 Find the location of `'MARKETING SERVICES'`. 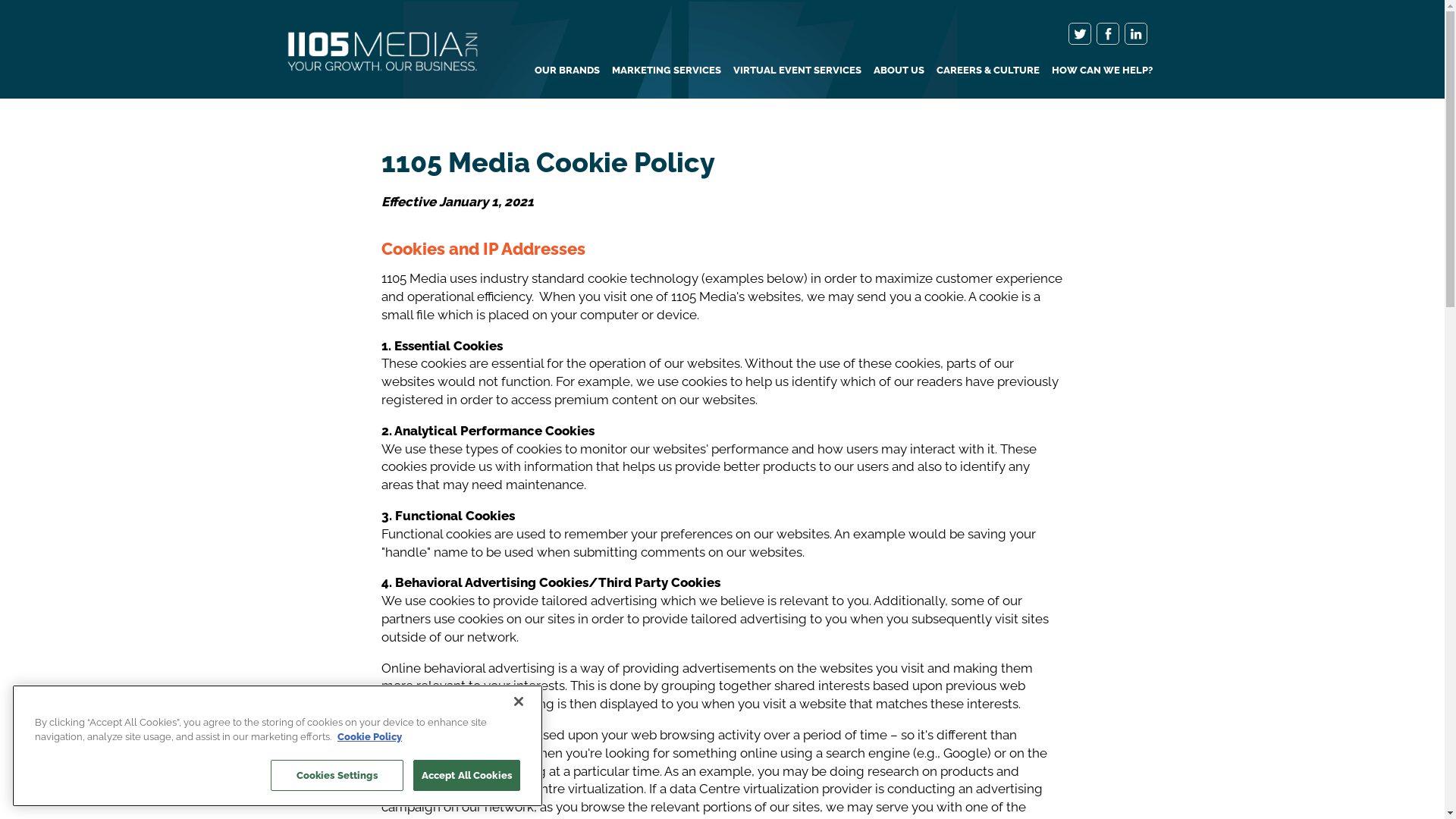

'MARKETING SERVICES' is located at coordinates (666, 70).